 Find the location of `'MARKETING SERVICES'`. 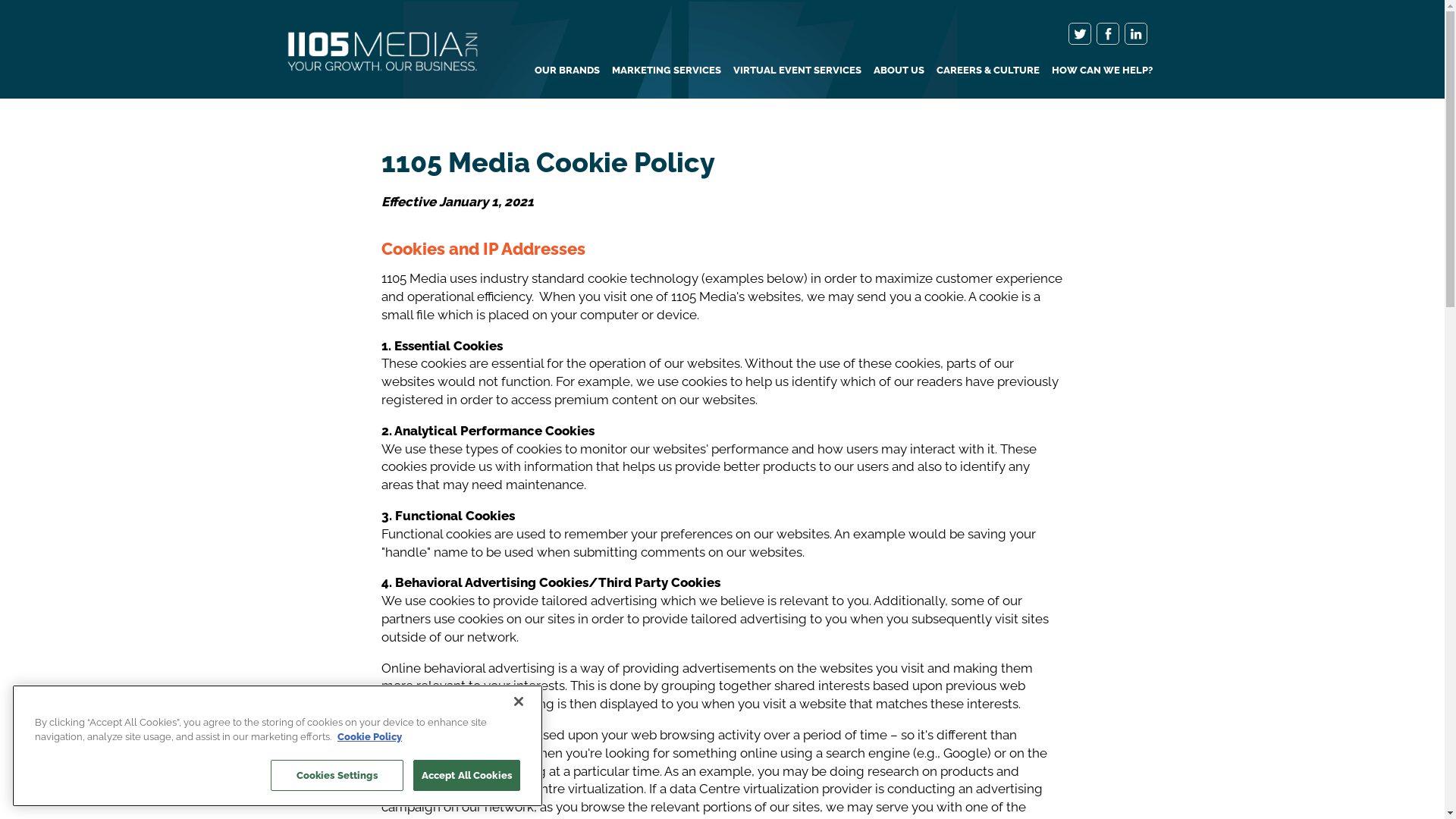

'MARKETING SERVICES' is located at coordinates (666, 70).